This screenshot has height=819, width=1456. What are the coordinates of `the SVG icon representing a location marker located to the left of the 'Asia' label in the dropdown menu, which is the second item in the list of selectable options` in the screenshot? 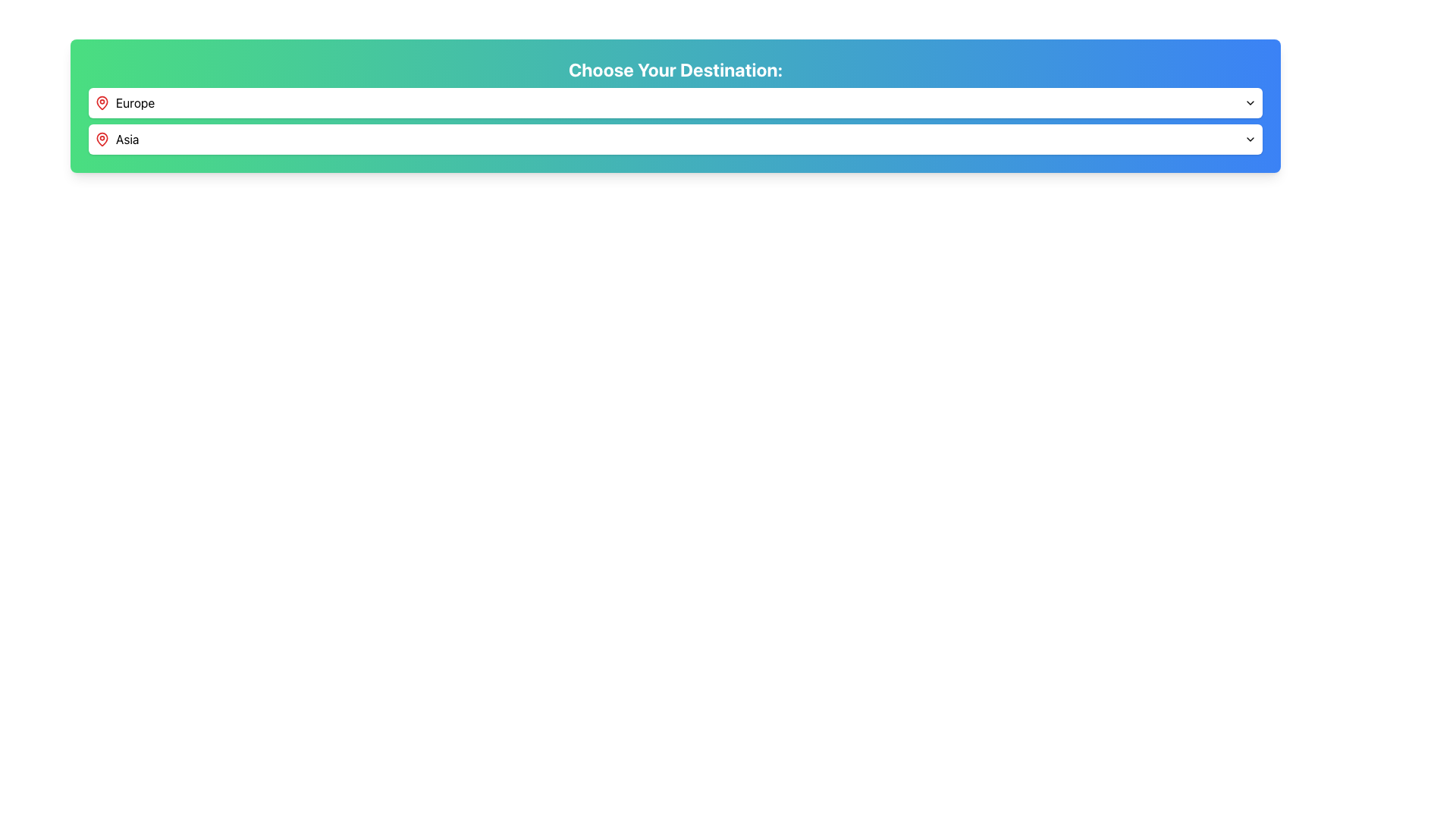 It's located at (101, 140).